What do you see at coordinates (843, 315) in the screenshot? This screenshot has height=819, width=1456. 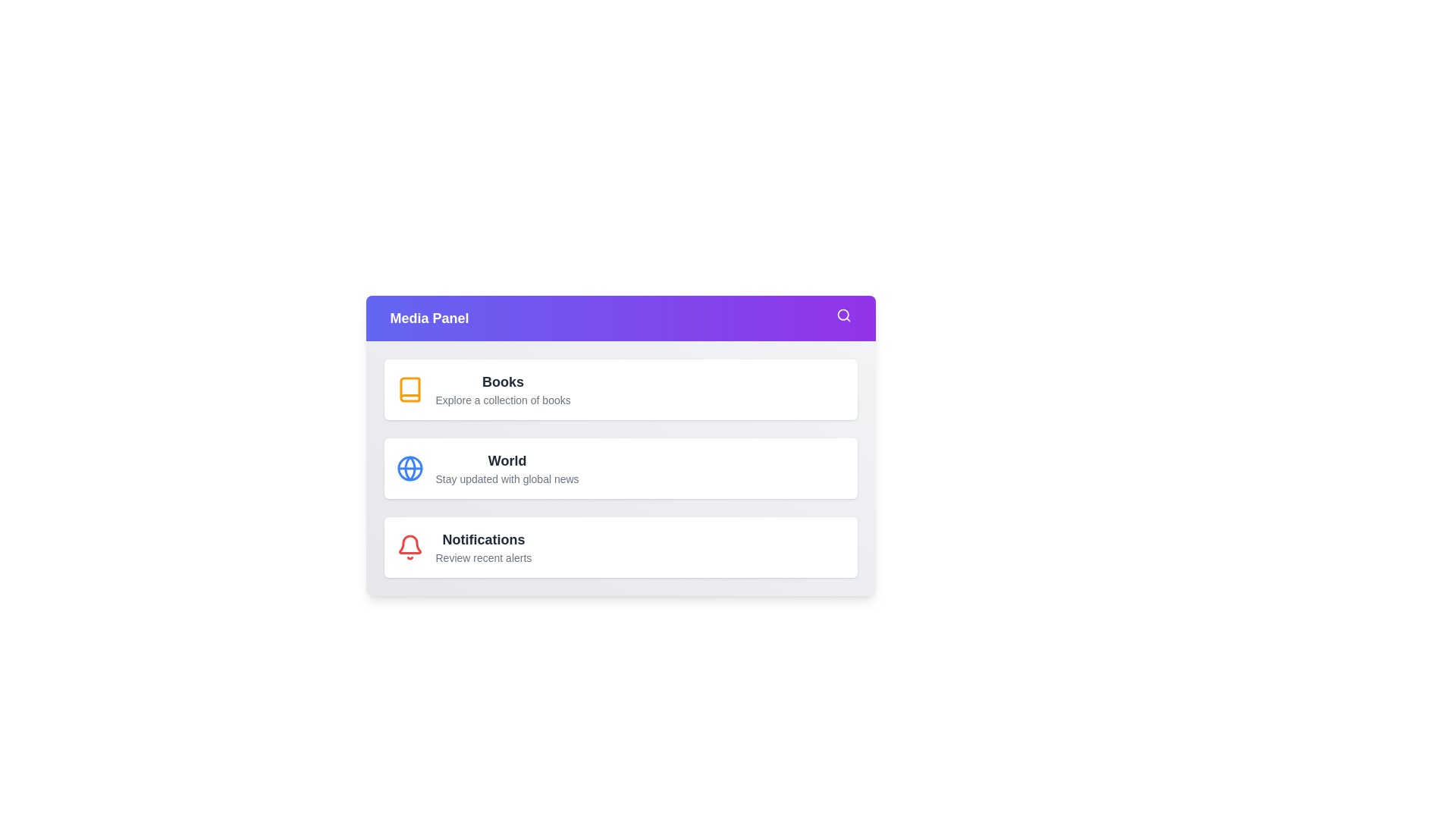 I see `the search icon in the Media Panel` at bounding box center [843, 315].